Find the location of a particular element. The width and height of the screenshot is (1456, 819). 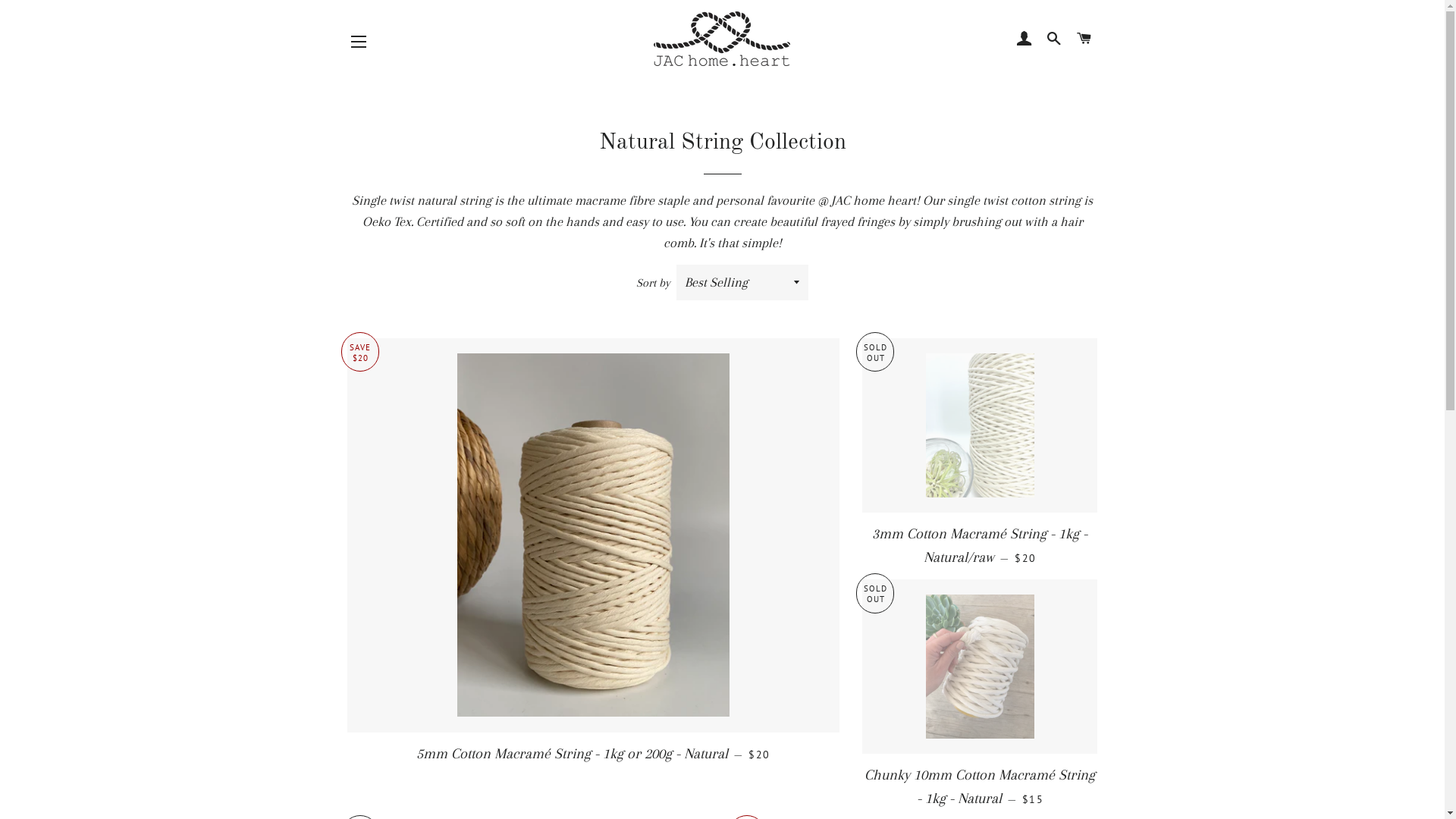

'SITE NAVIGATION' is located at coordinates (358, 40).